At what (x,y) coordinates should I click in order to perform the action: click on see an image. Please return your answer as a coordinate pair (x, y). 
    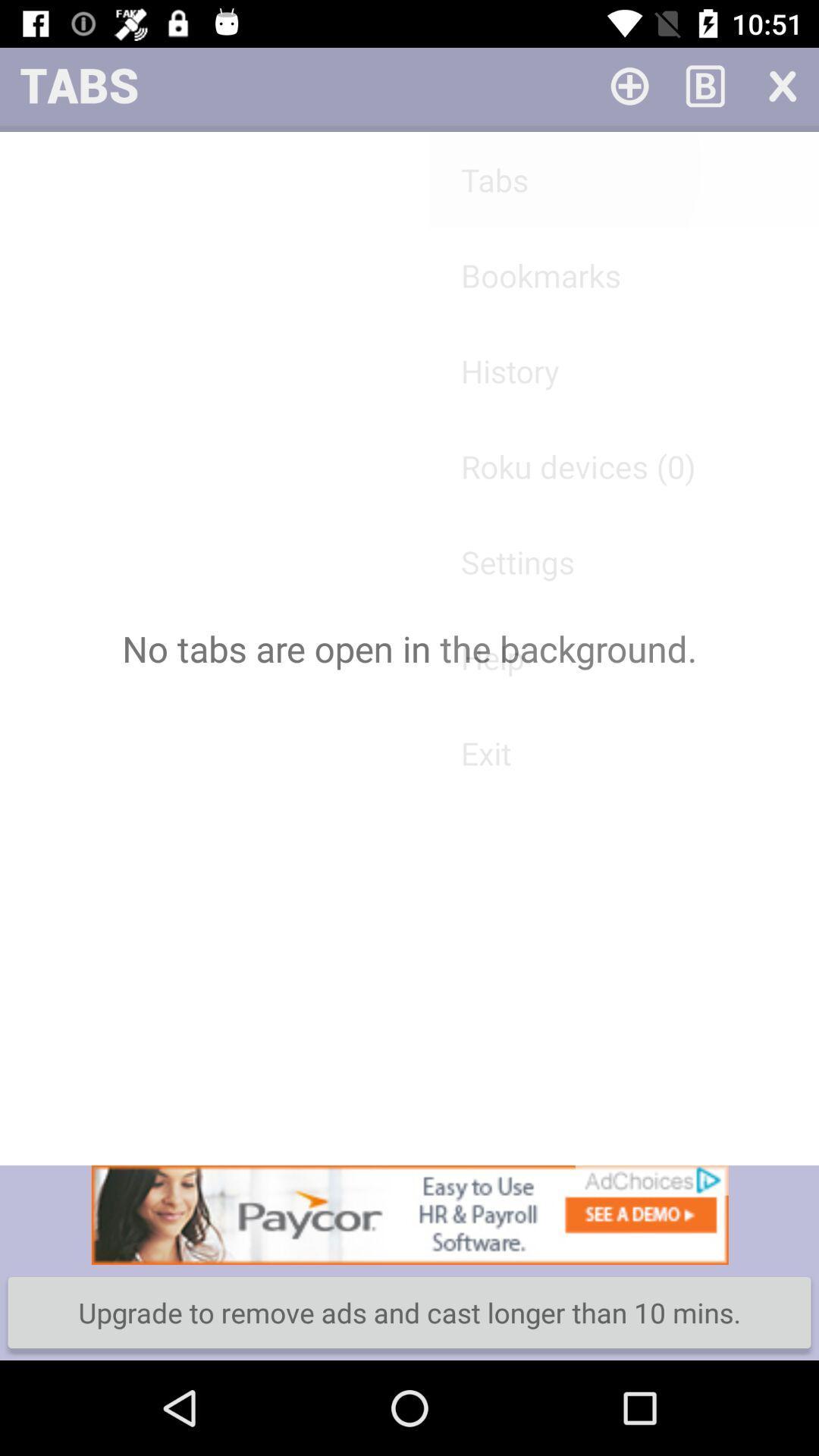
    Looking at the image, I should click on (409, 1215).